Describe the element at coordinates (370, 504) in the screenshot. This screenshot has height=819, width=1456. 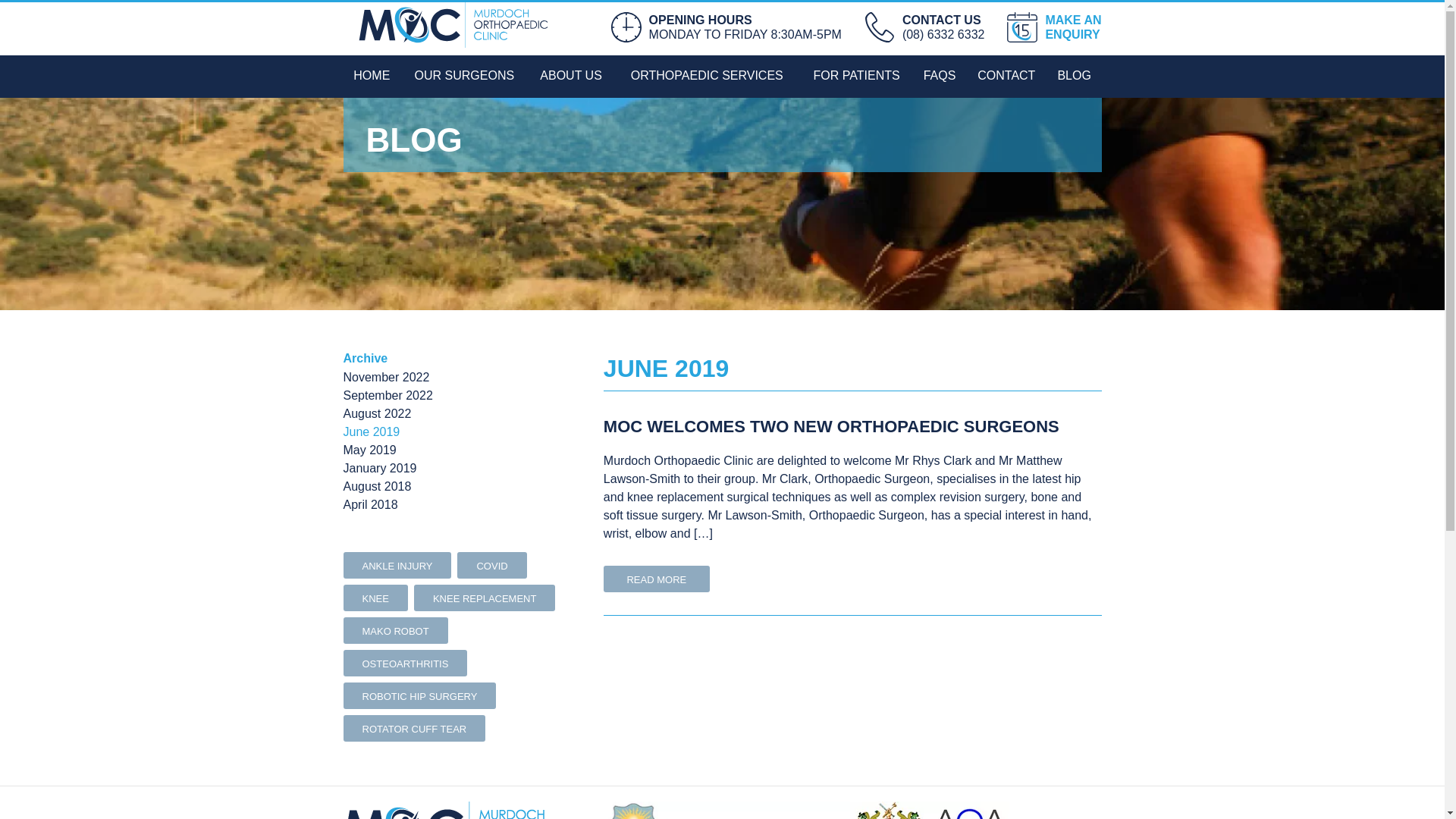
I see `'April 2018'` at that location.